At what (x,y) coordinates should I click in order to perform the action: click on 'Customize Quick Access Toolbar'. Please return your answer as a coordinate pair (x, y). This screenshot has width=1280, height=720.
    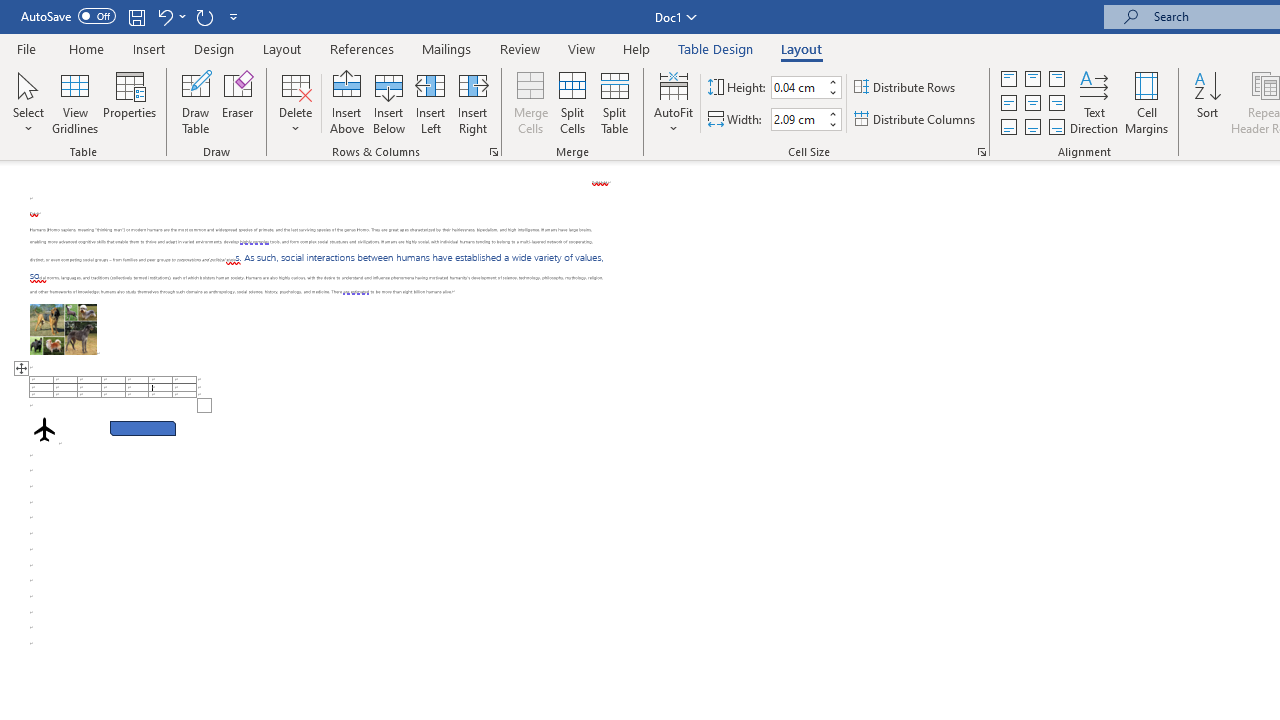
    Looking at the image, I should click on (234, 16).